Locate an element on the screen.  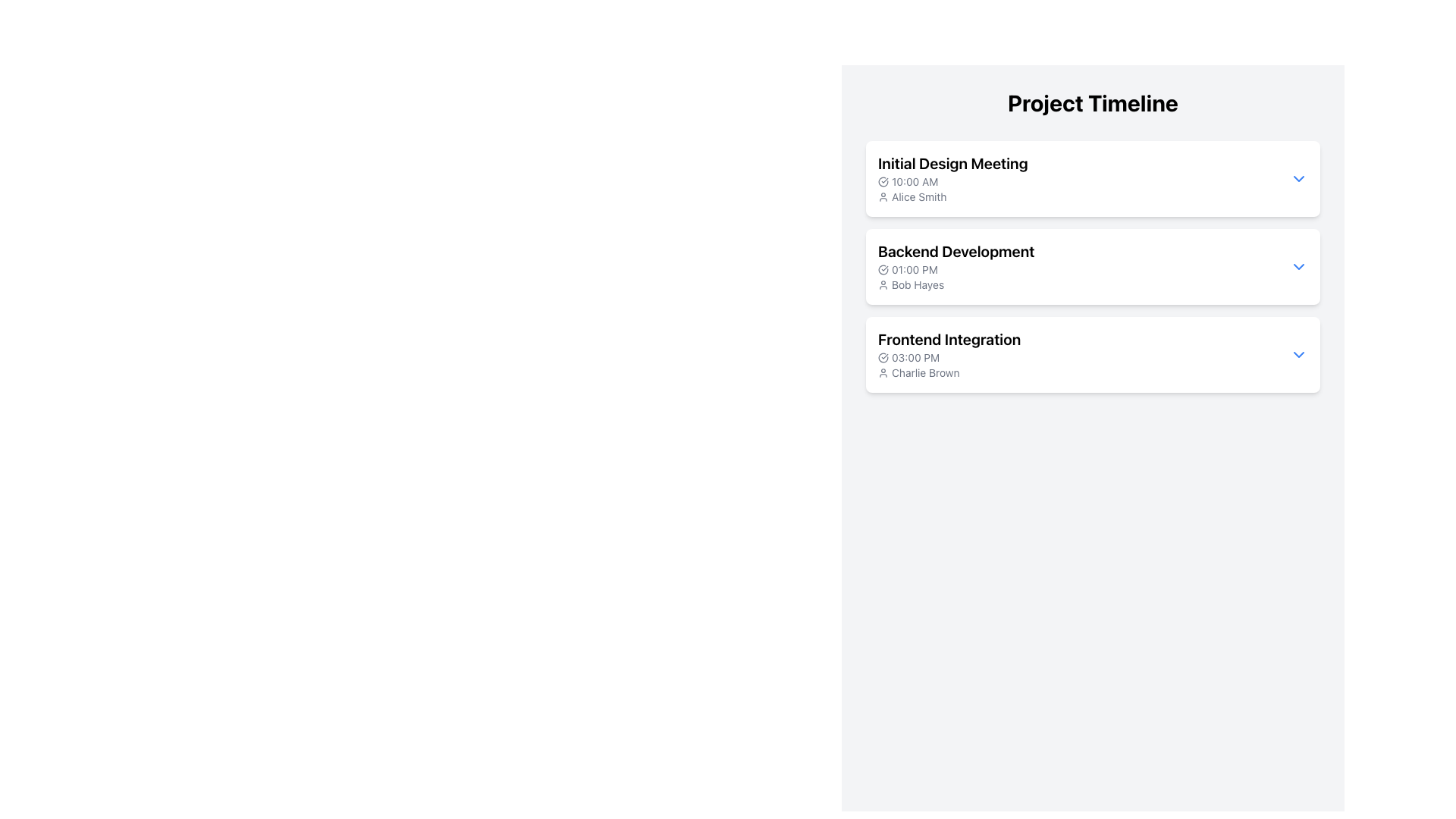
the Text Label displaying the title of the schedule entry at the bottom of the timeline, which is the third card in the list and followed by the timestamp '03:00 PM' and the name 'Charlie Brown.' is located at coordinates (949, 338).